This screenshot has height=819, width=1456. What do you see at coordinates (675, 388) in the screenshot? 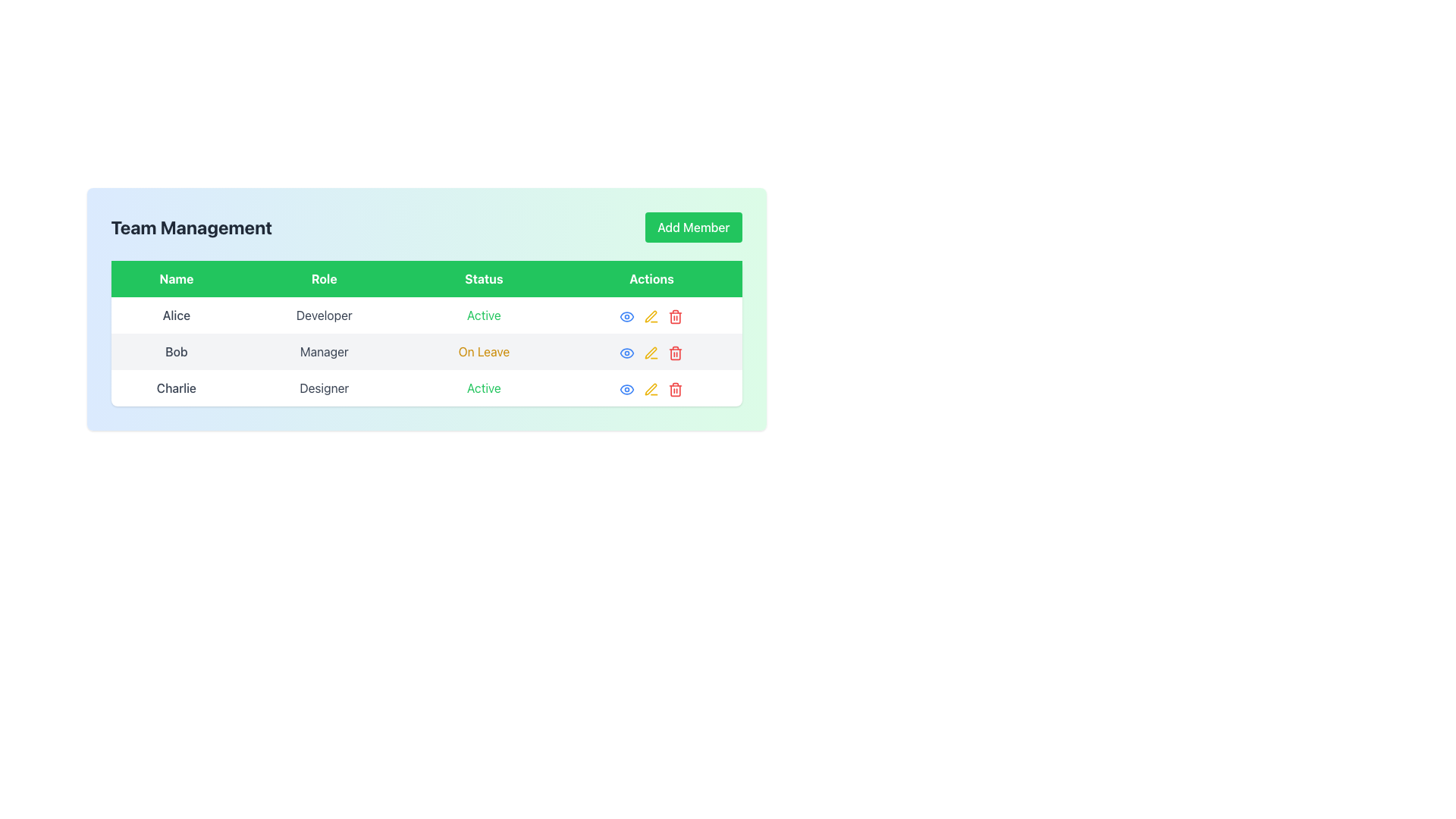
I see `the red trash icon button in the 'Actions' column of the last row associated with 'Charlie'` at bounding box center [675, 388].